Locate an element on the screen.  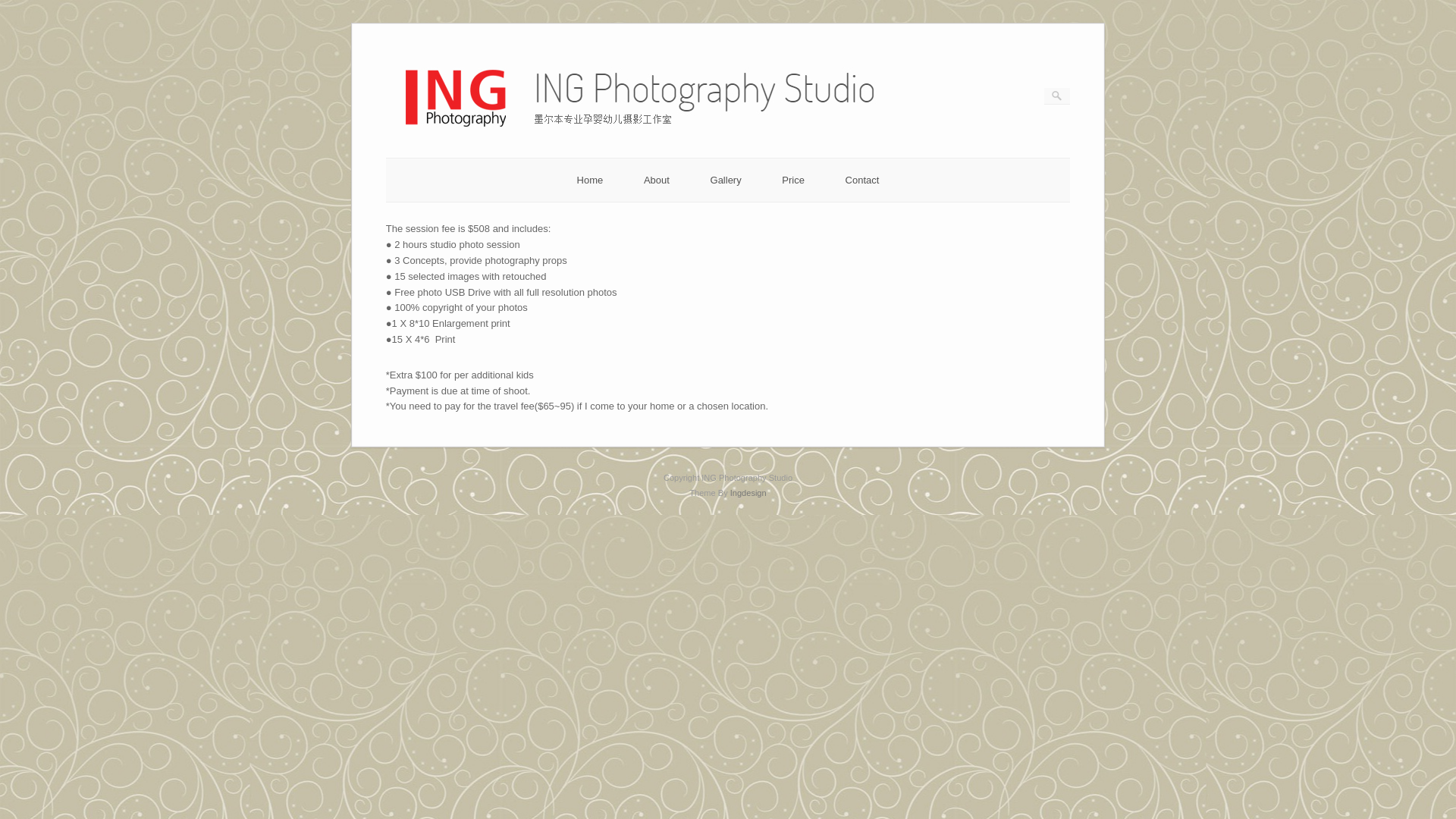
'Price' is located at coordinates (782, 179).